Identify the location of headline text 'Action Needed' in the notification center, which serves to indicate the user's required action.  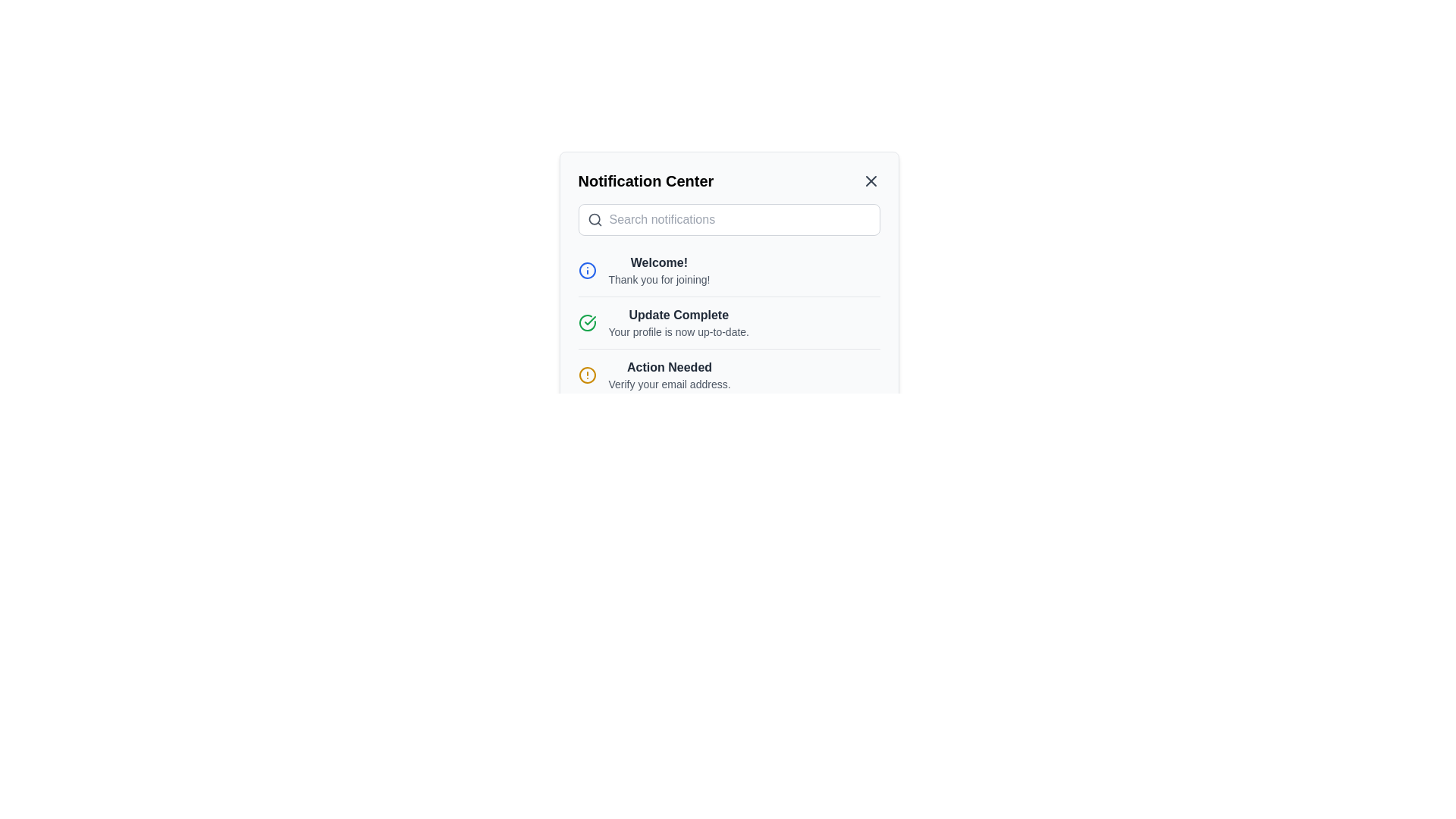
(669, 368).